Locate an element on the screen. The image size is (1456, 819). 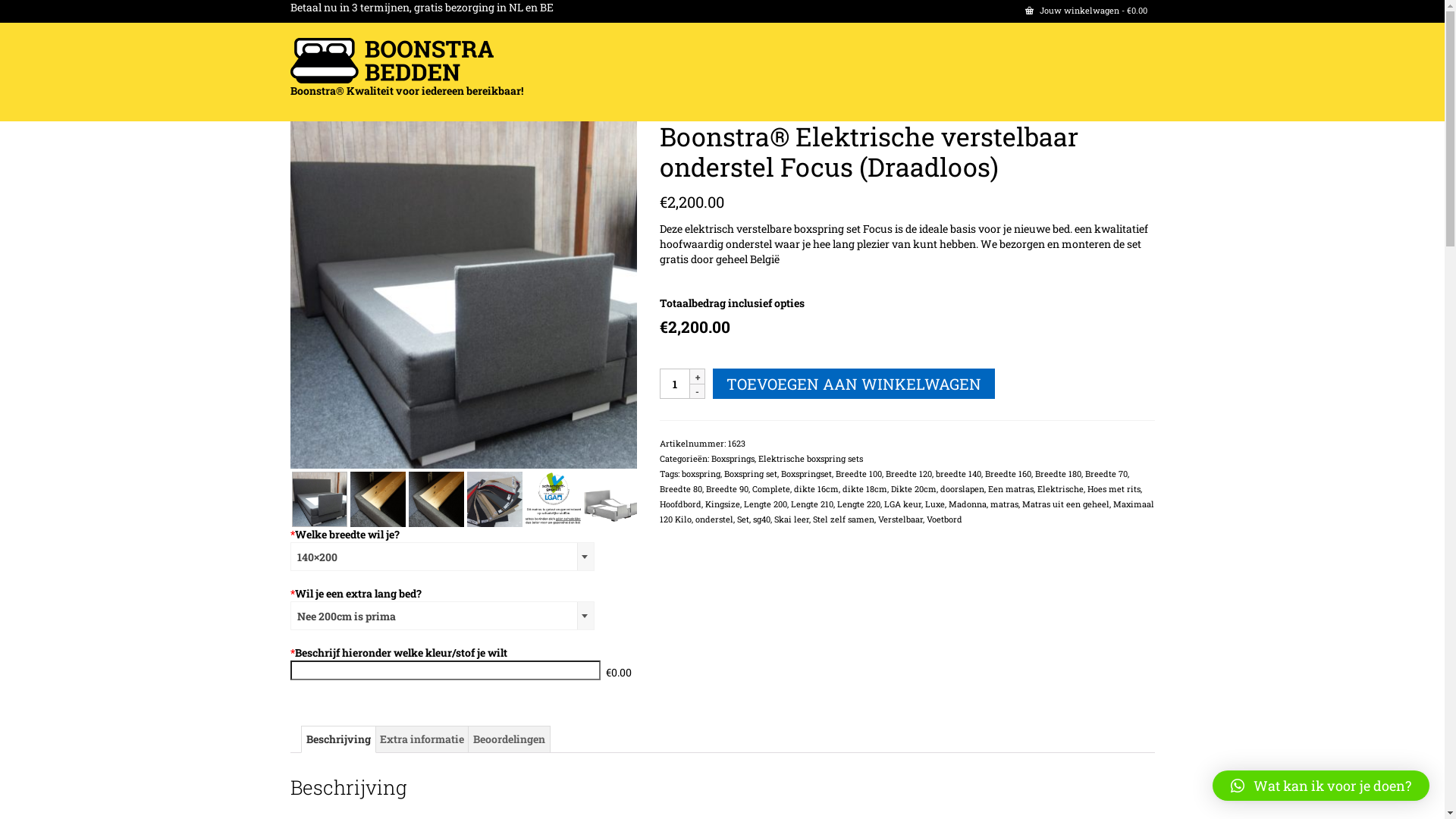
'breedte 140' is located at coordinates (957, 472).